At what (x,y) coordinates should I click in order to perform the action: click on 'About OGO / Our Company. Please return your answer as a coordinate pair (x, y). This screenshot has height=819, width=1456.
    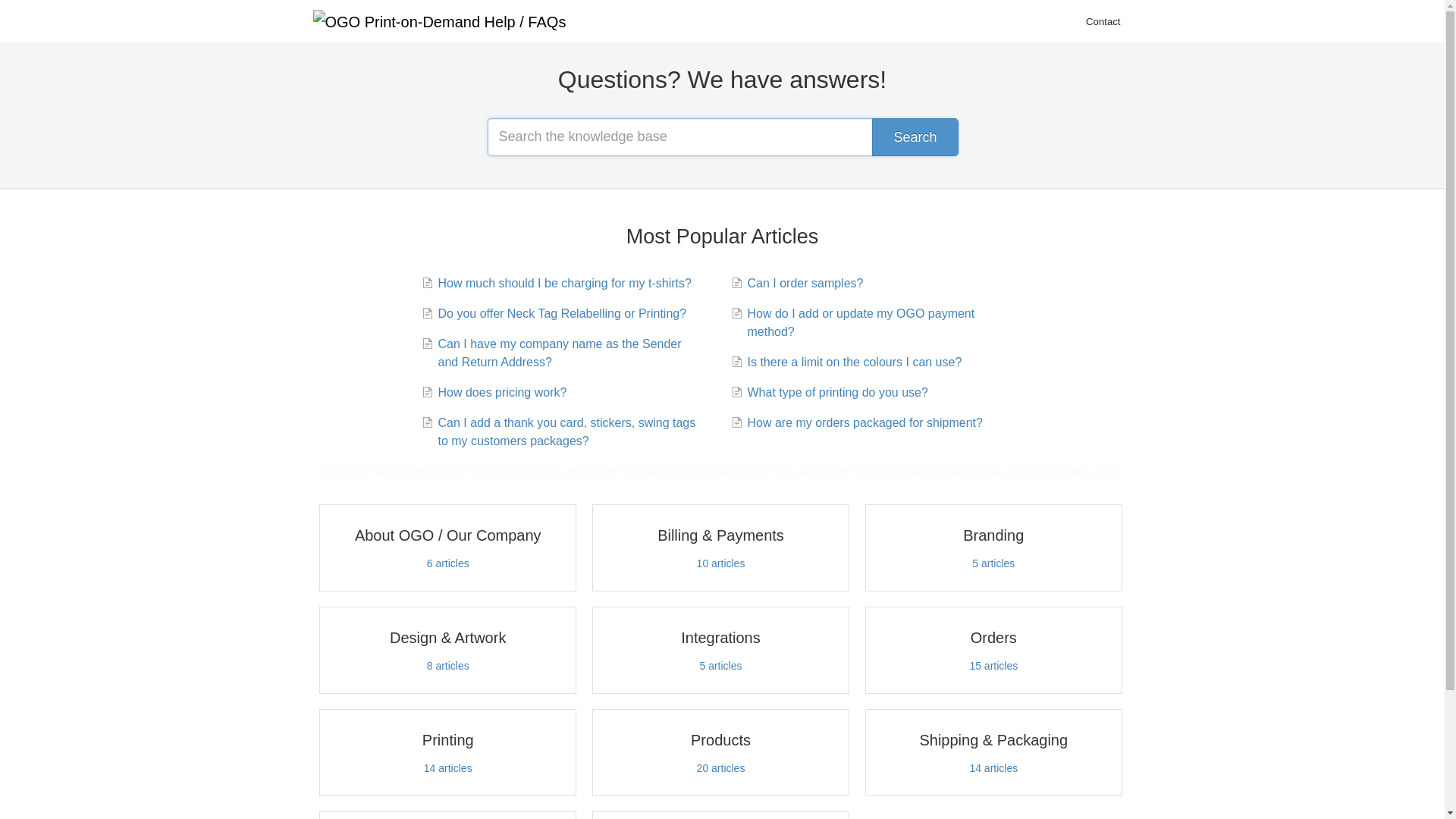
    Looking at the image, I should click on (318, 548).